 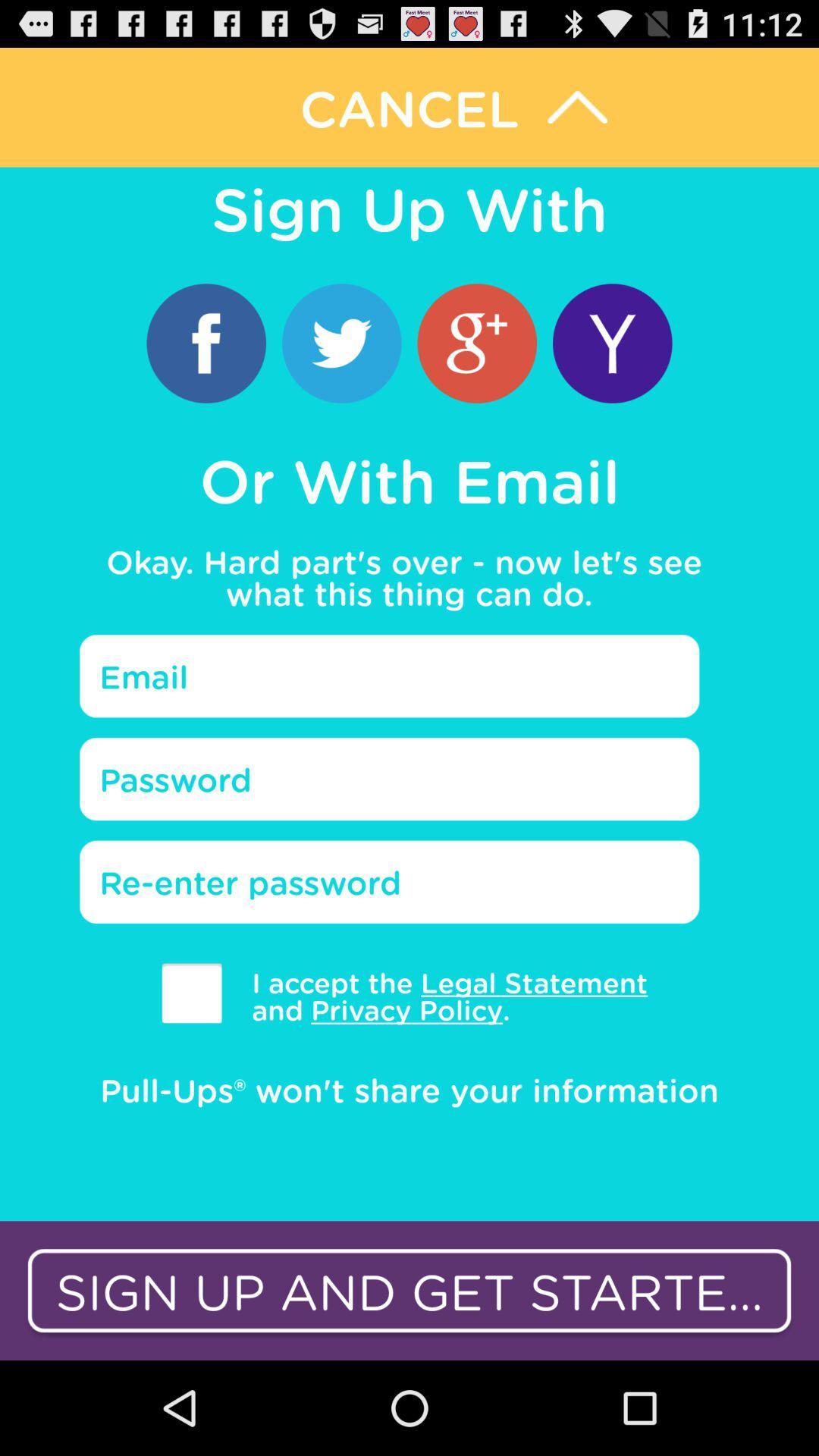 What do you see at coordinates (206, 342) in the screenshot?
I see `login with fb` at bounding box center [206, 342].